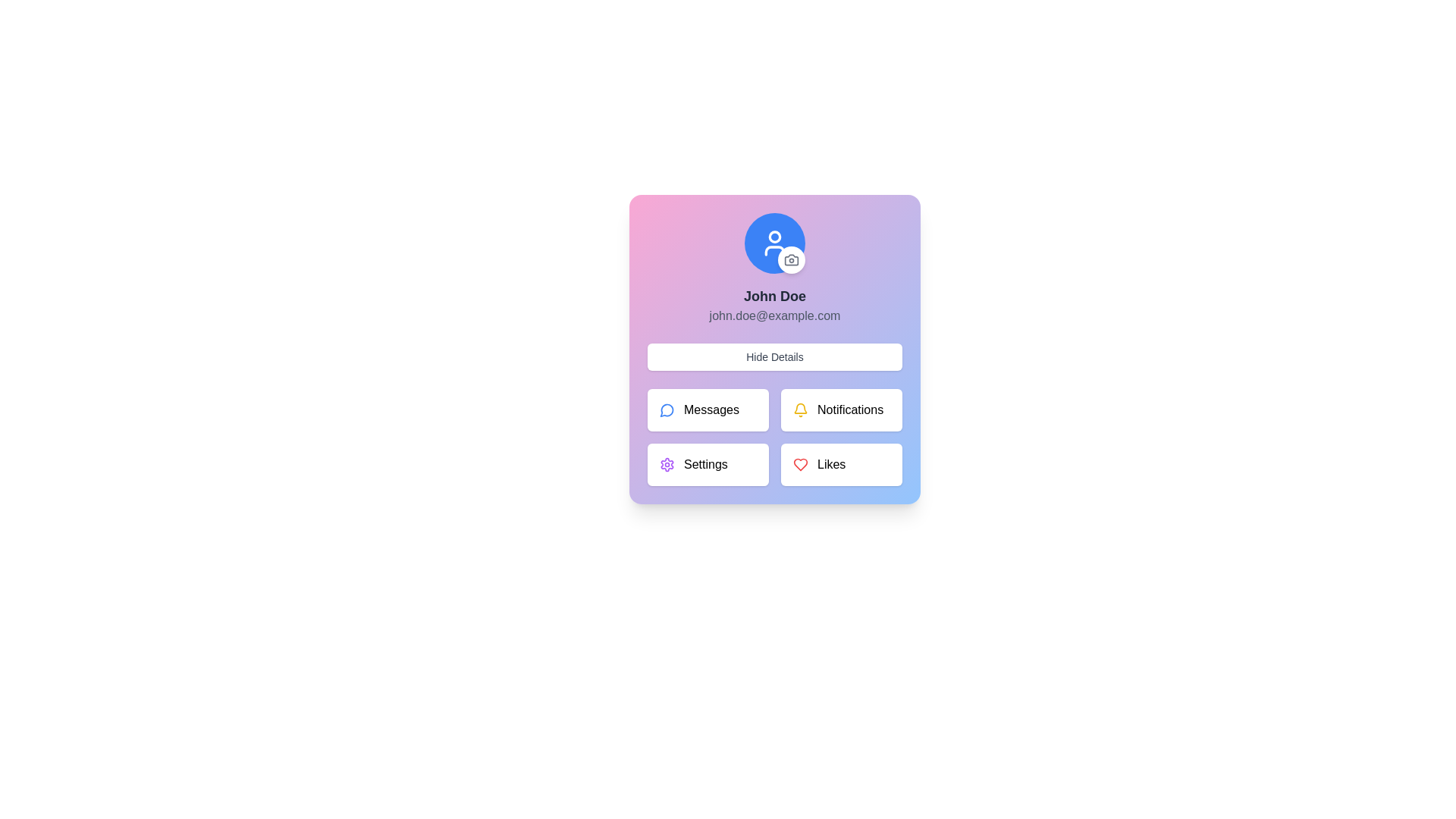 This screenshot has height=819, width=1456. What do you see at coordinates (667, 464) in the screenshot?
I see `the settings icon button located in the bottom-left corner of the user profile modal` at bounding box center [667, 464].